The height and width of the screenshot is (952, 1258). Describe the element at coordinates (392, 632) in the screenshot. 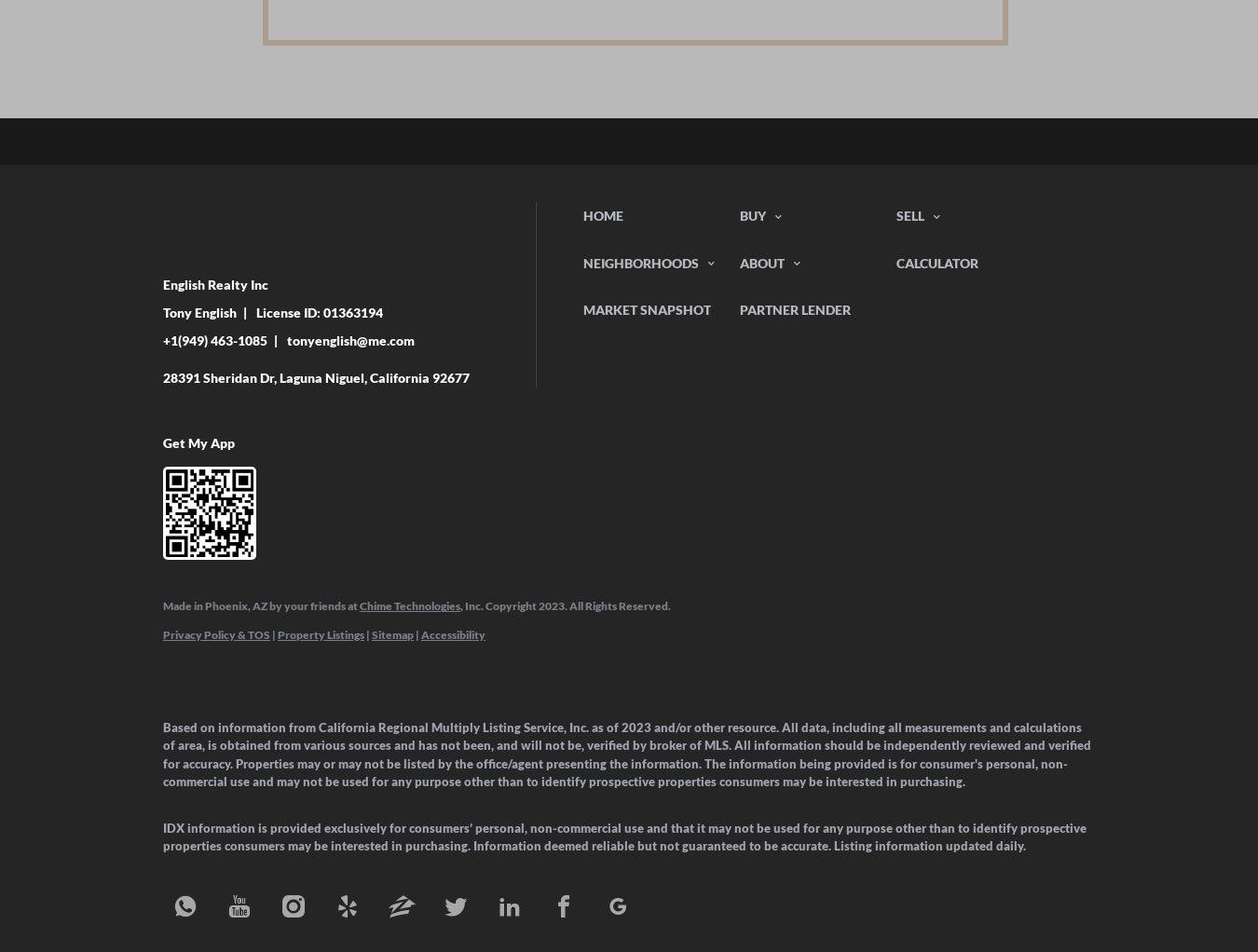

I see `'Sitemap'` at that location.